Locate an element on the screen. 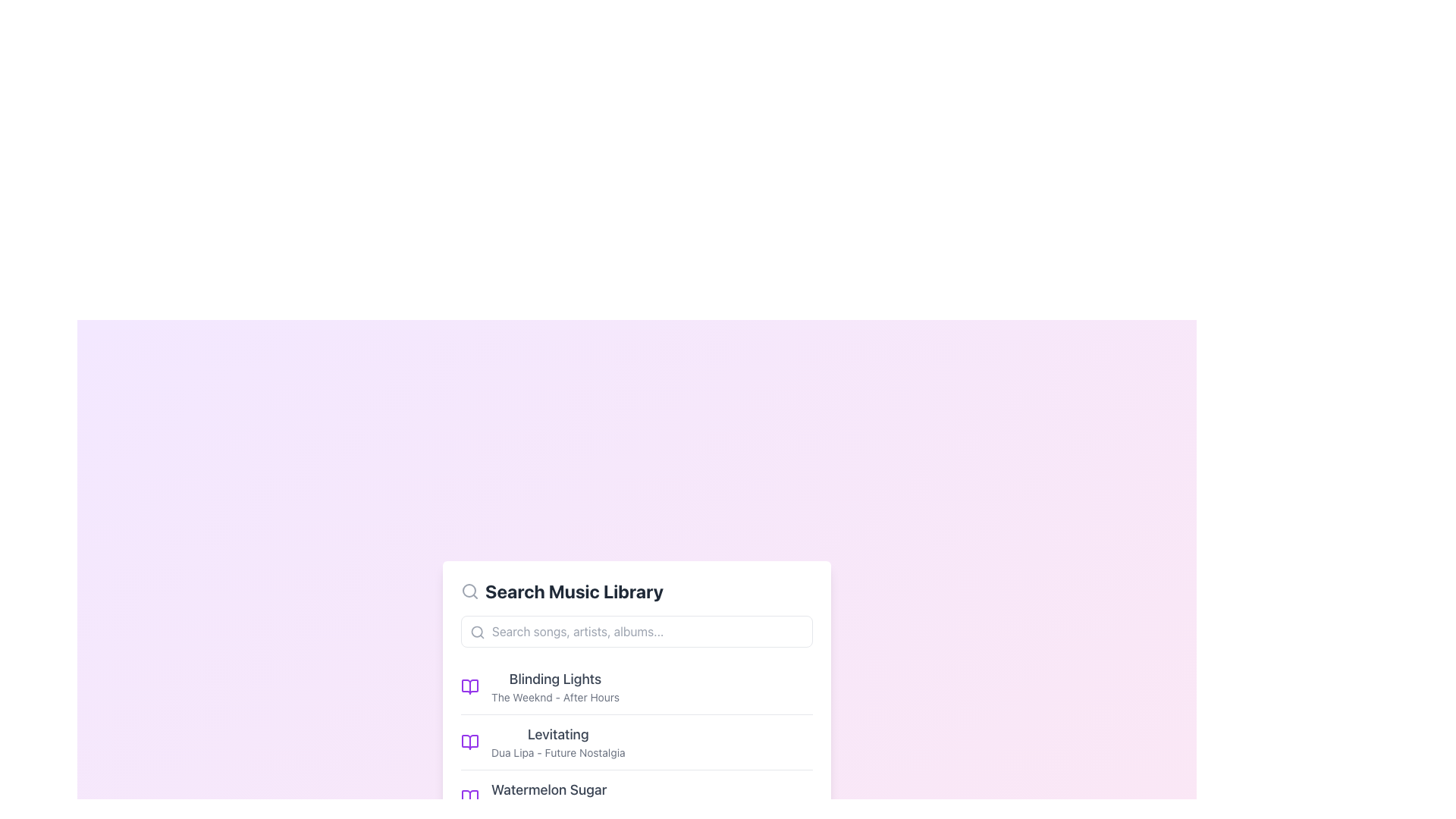  the 'Search Music Library' text element styled in bold, large dark gray font, which is located near the top of the content area with a search icon on its left is located at coordinates (573, 590).